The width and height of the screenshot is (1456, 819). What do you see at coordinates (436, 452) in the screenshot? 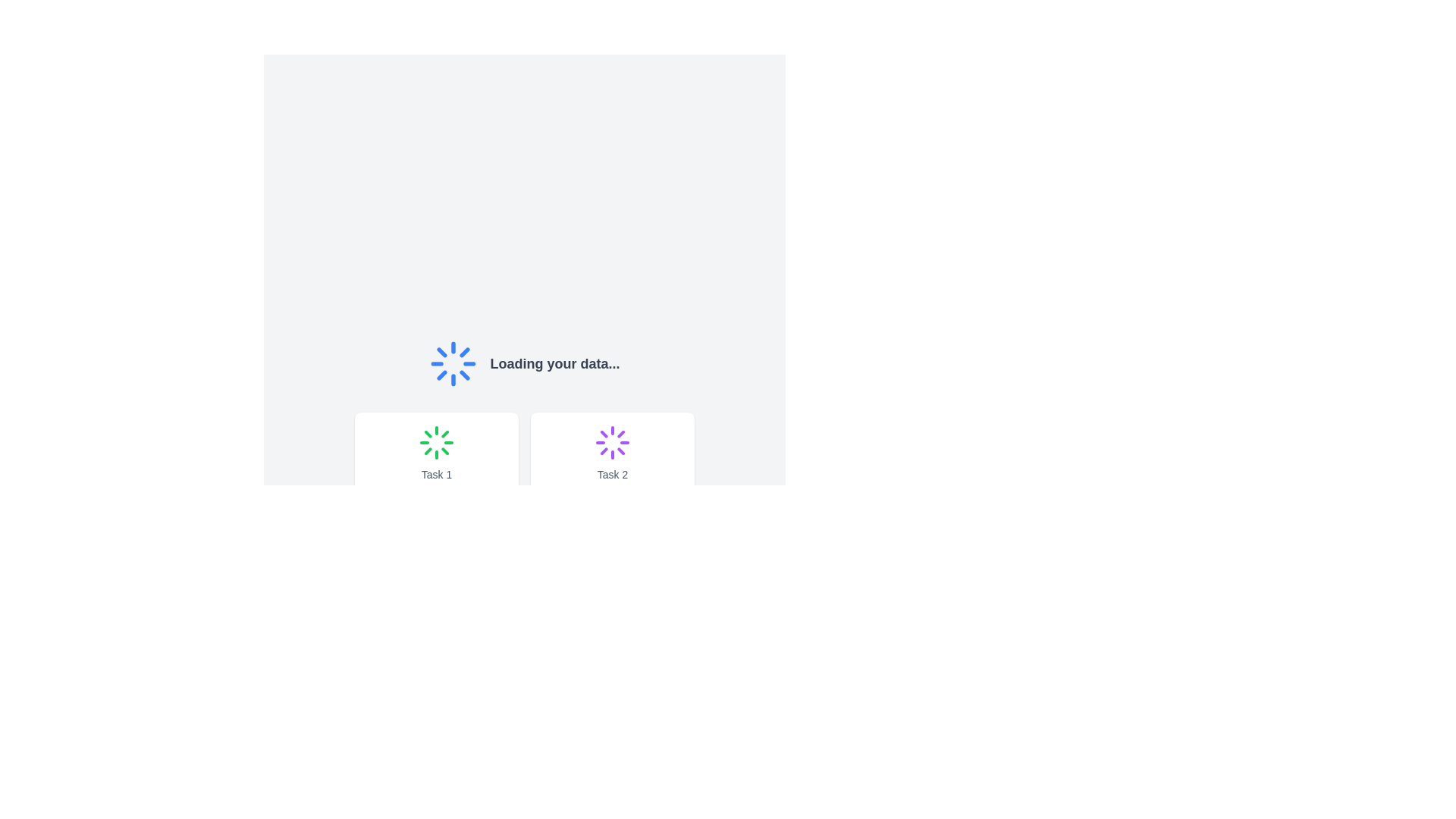
I see `task label 'Task 1' on the visual status card located in the top-left corner of the grid layout` at bounding box center [436, 452].